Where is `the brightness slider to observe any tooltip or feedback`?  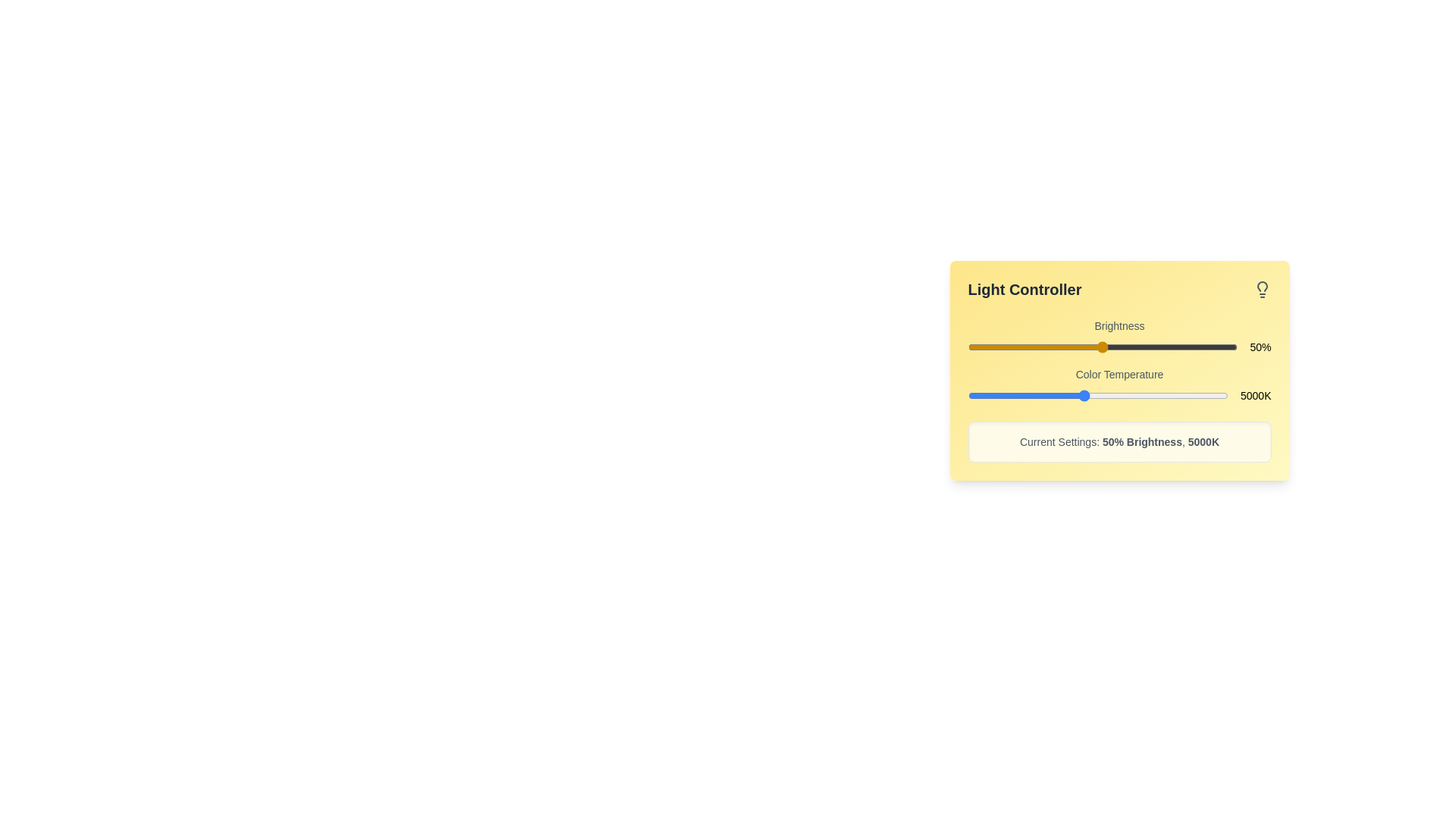 the brightness slider to observe any tooltip or feedback is located at coordinates (1103, 347).